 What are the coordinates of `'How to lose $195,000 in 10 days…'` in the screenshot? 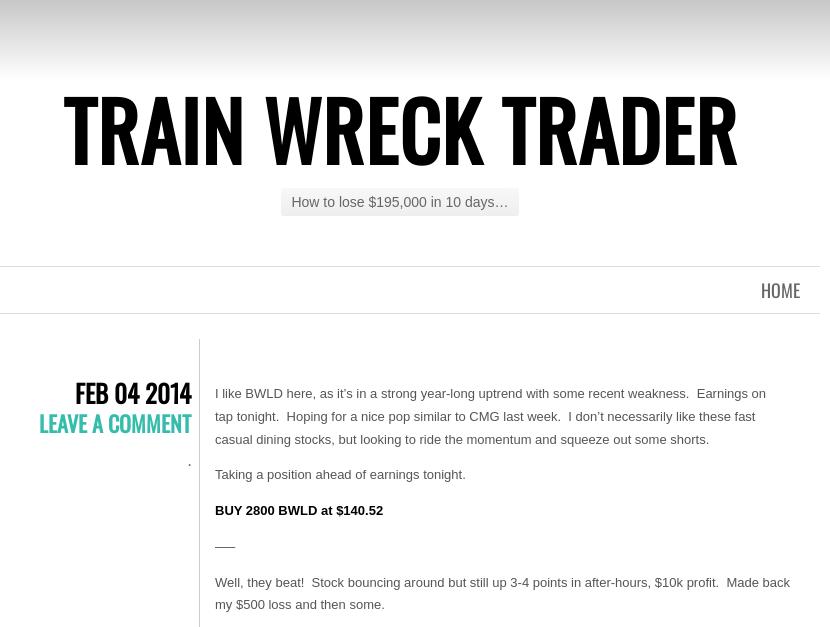 It's located at (398, 202).